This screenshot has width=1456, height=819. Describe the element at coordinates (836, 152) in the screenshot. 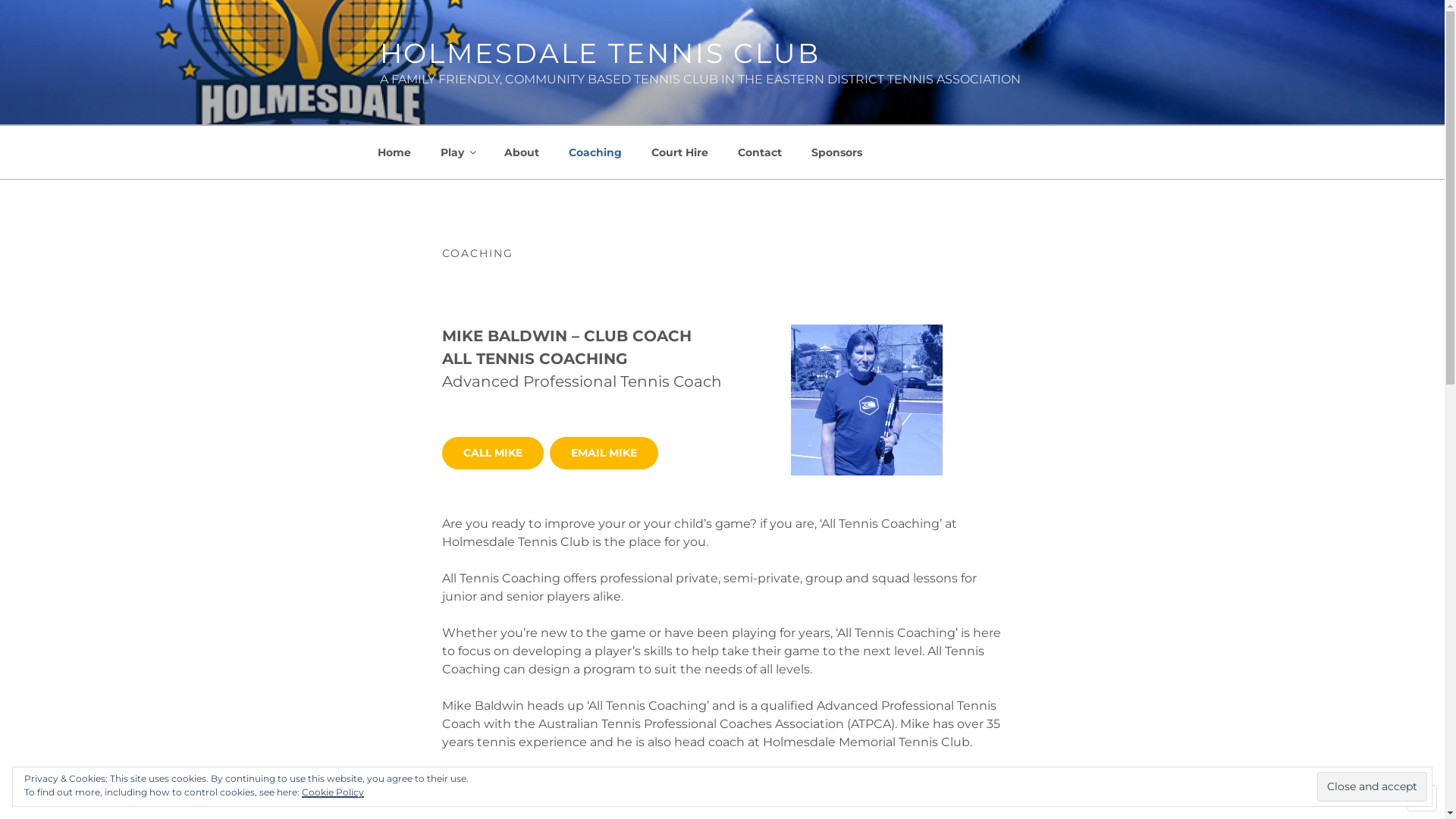

I see `'Sponsors'` at that location.